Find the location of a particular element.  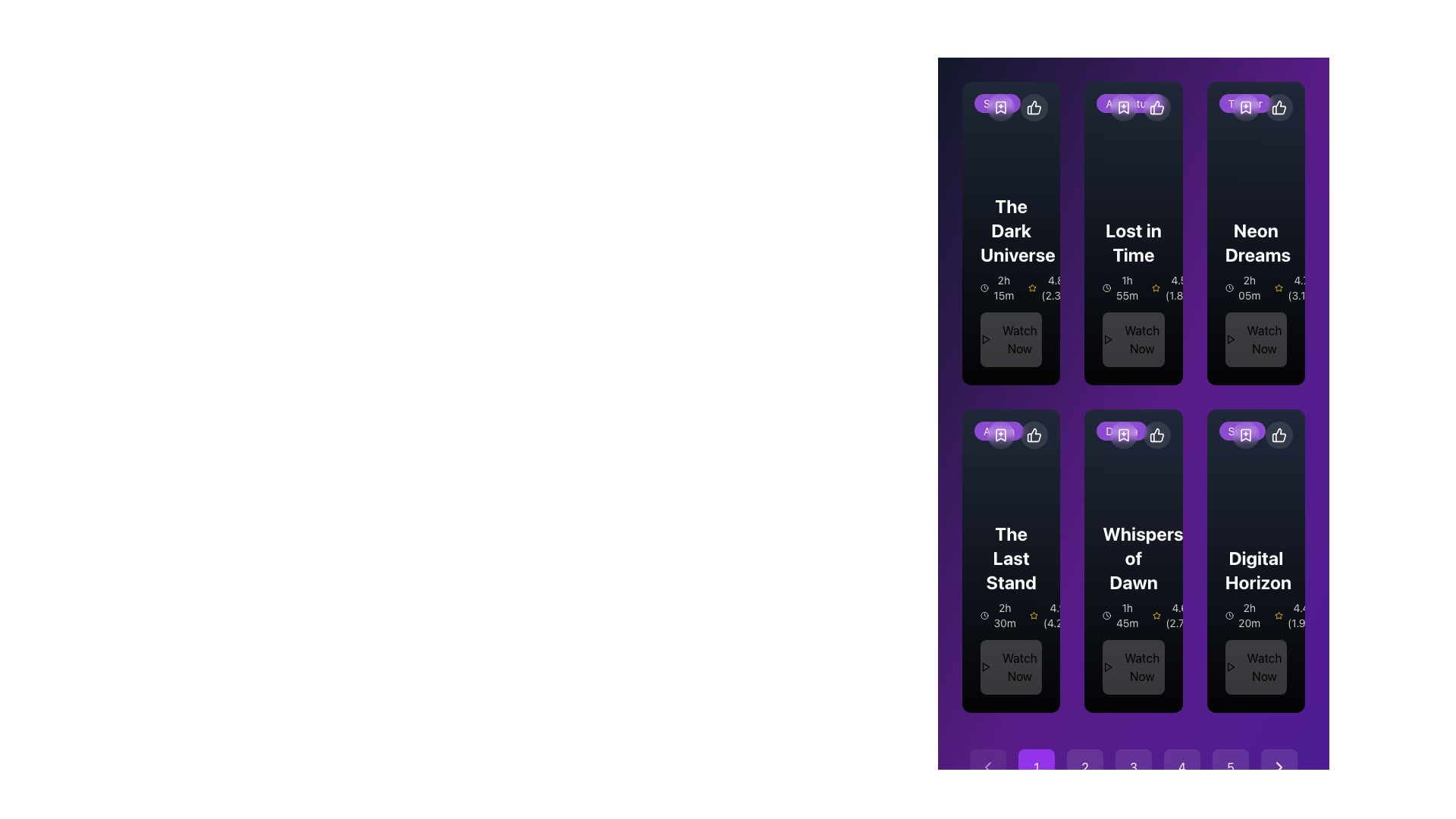

the decorative graphic element within the clock icon located at the top-left corner of the second card in the second row of the grid layout is located at coordinates (1106, 616).